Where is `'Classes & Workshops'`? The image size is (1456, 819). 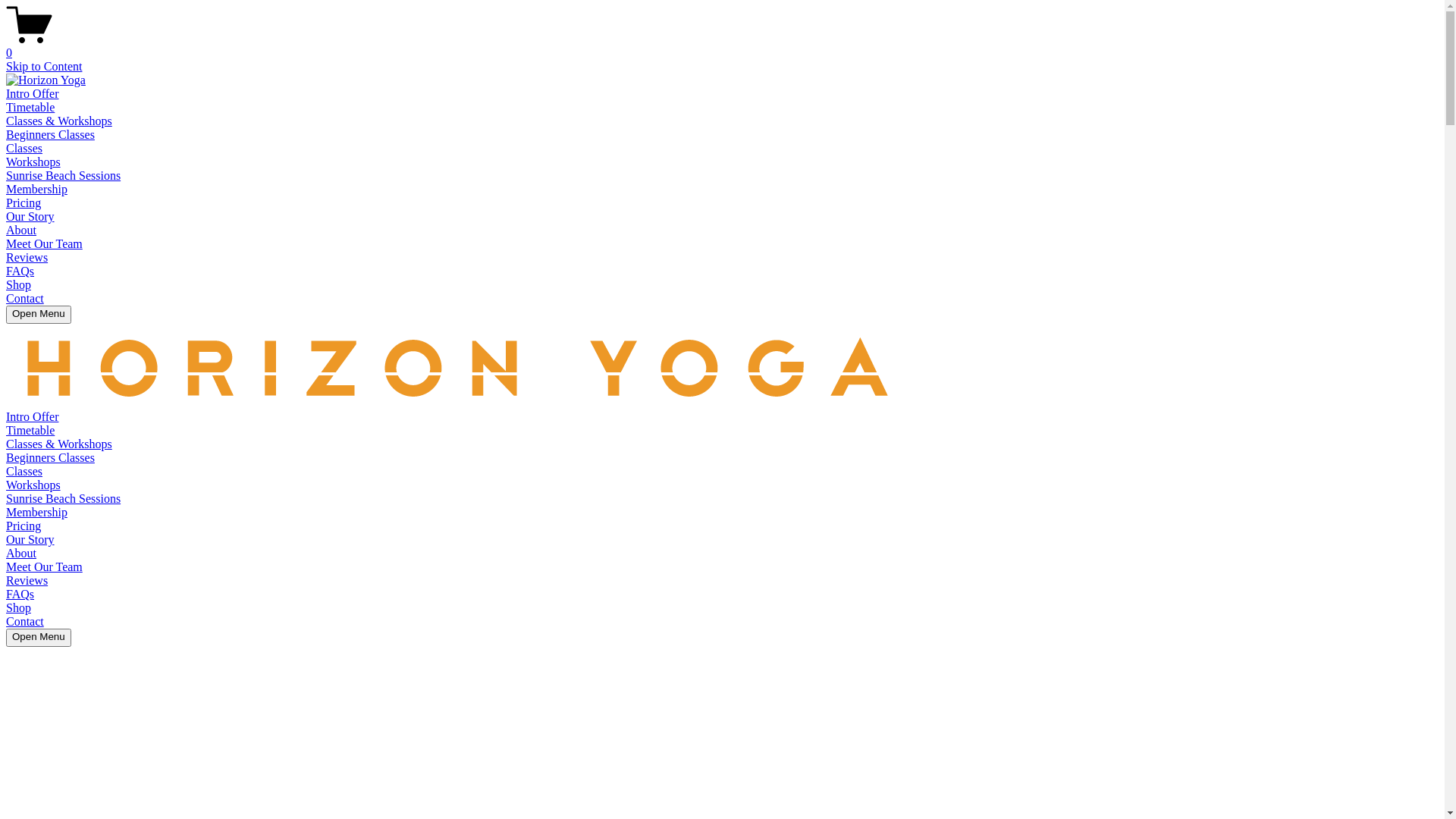
'Classes & Workshops' is located at coordinates (58, 444).